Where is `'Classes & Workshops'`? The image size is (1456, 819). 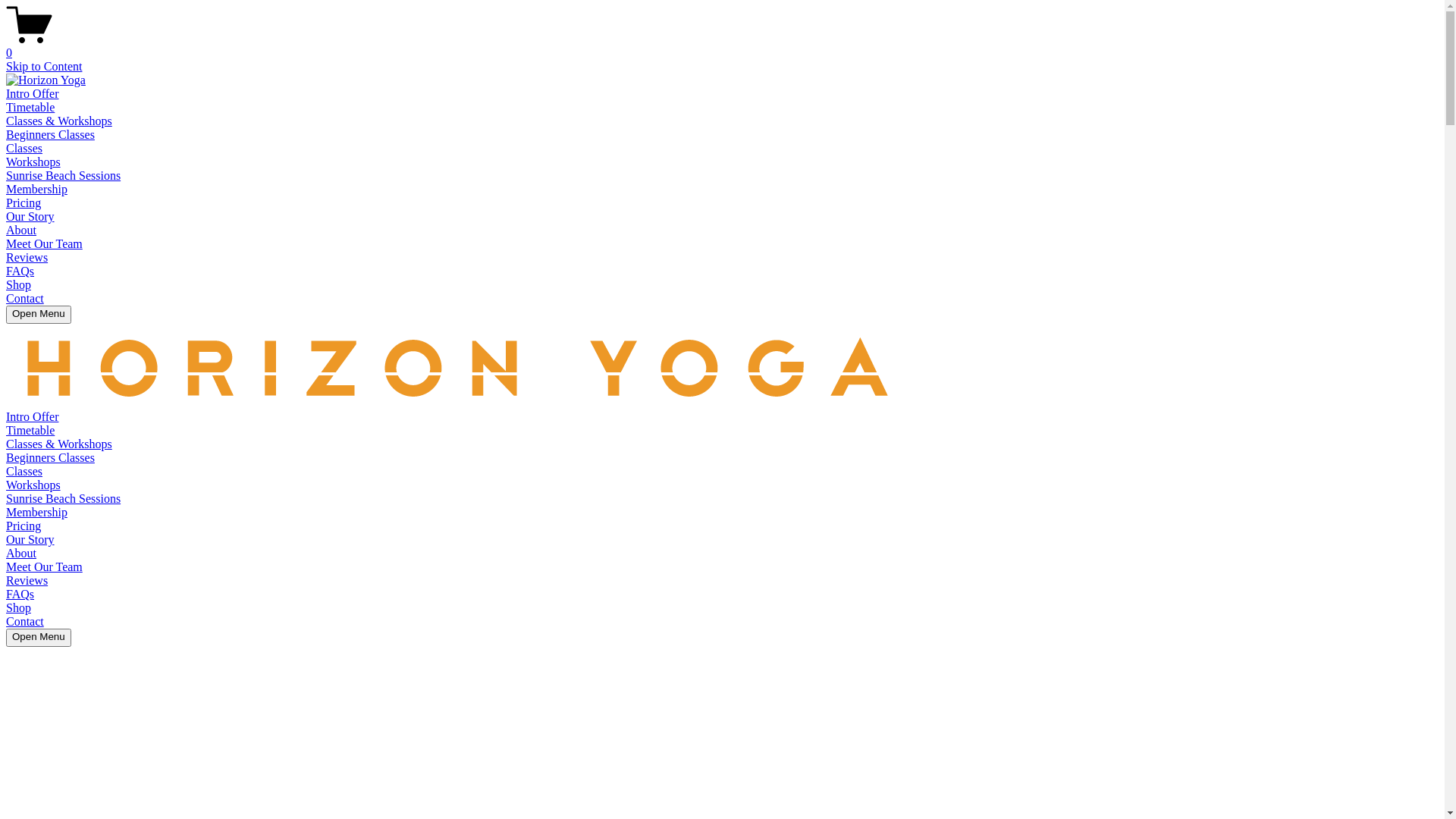
'Classes & Workshops' is located at coordinates (58, 444).